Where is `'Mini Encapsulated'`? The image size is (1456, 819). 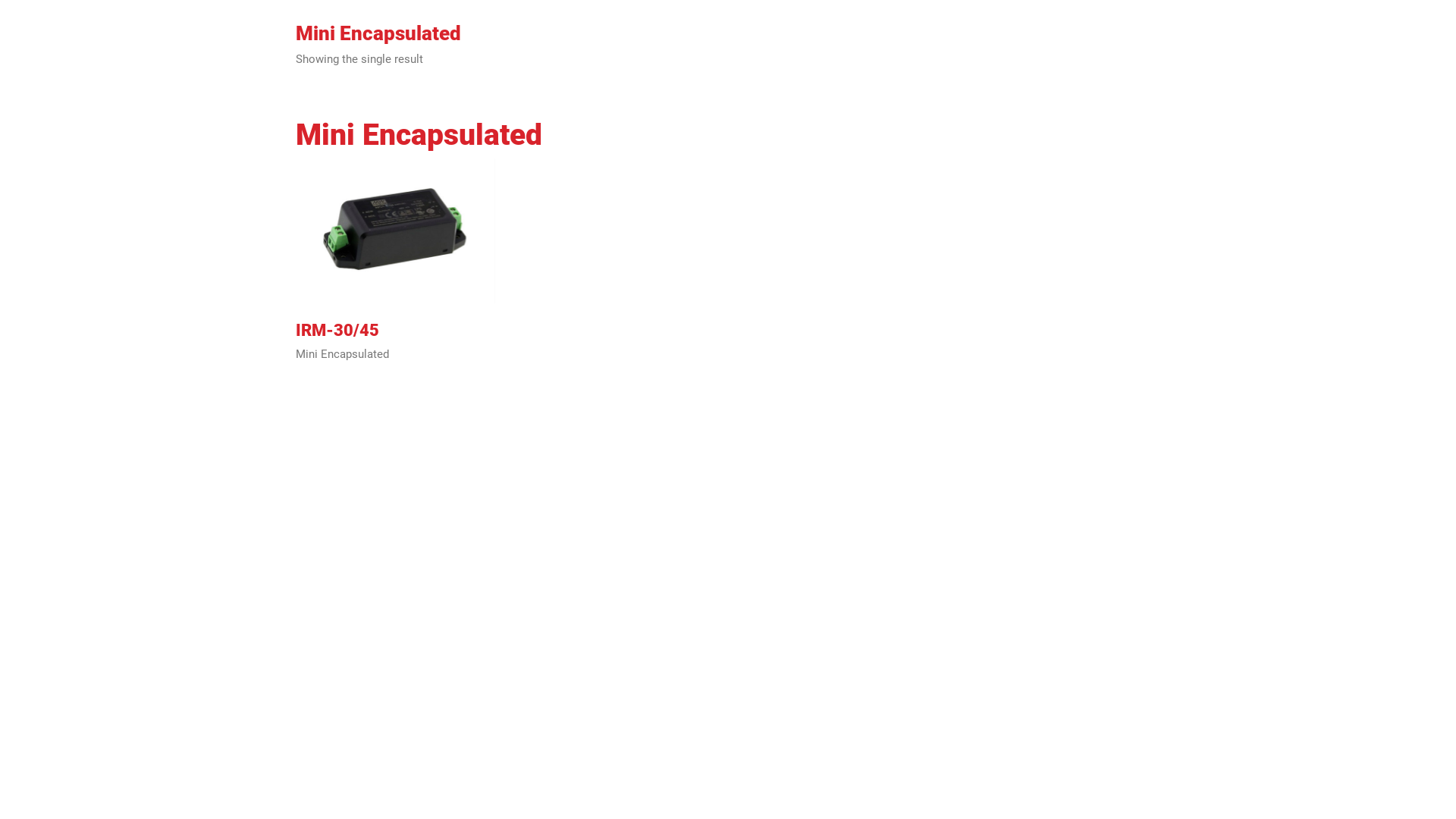
'Mini Encapsulated' is located at coordinates (341, 354).